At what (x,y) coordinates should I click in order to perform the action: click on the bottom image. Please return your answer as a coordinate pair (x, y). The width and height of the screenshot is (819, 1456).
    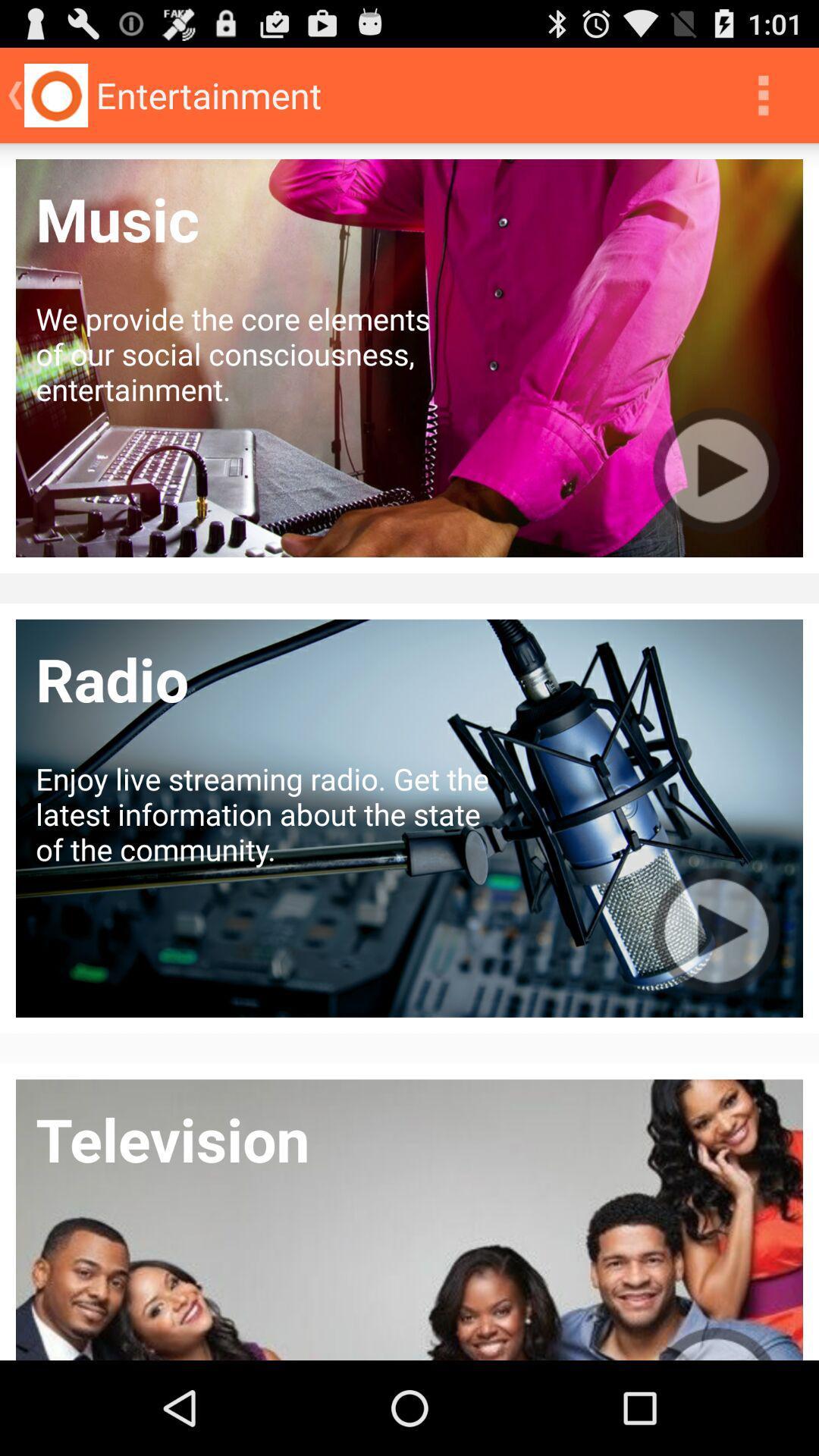
    Looking at the image, I should click on (409, 1219).